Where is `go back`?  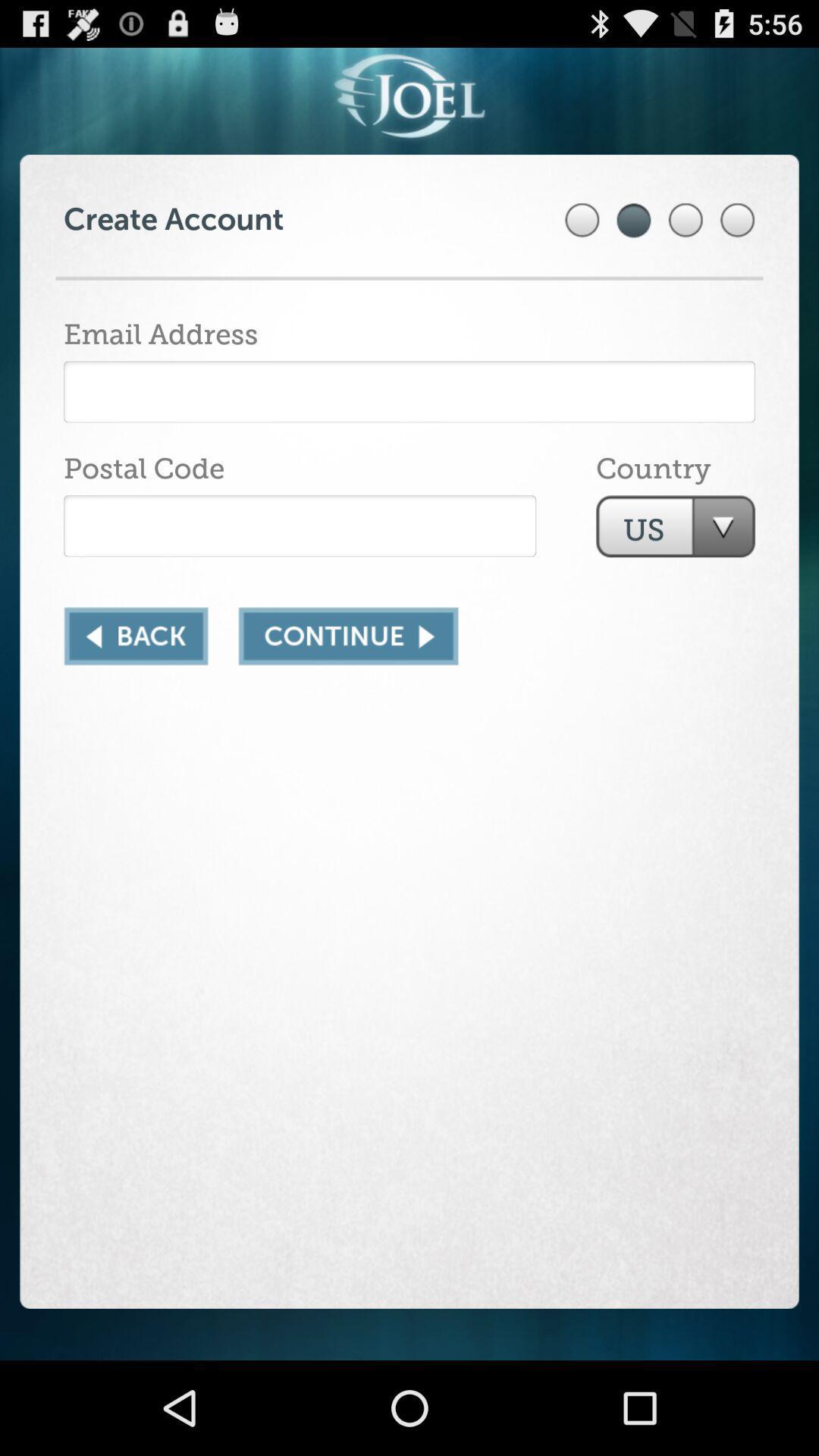 go back is located at coordinates (135, 636).